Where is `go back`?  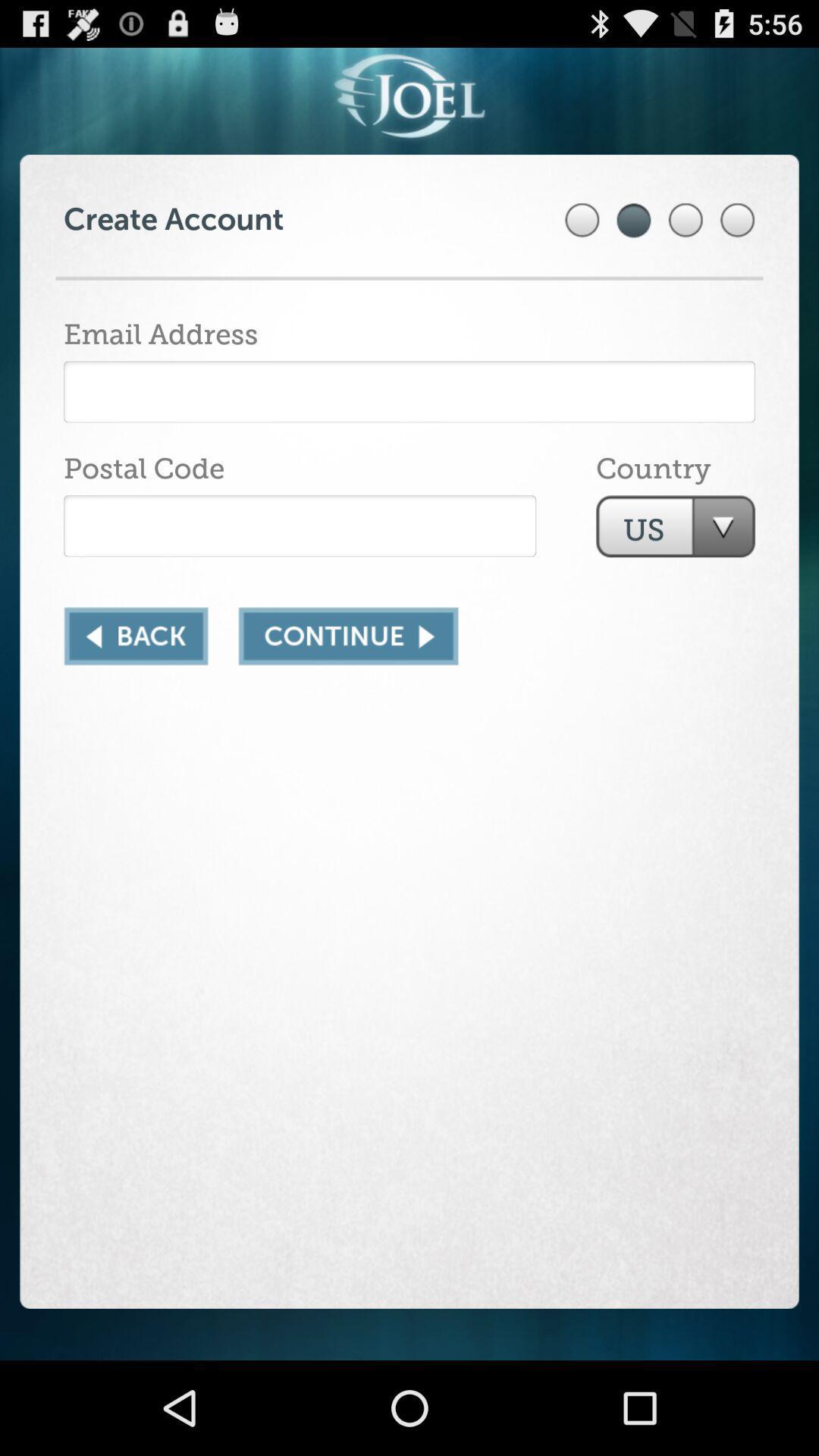 go back is located at coordinates (135, 636).